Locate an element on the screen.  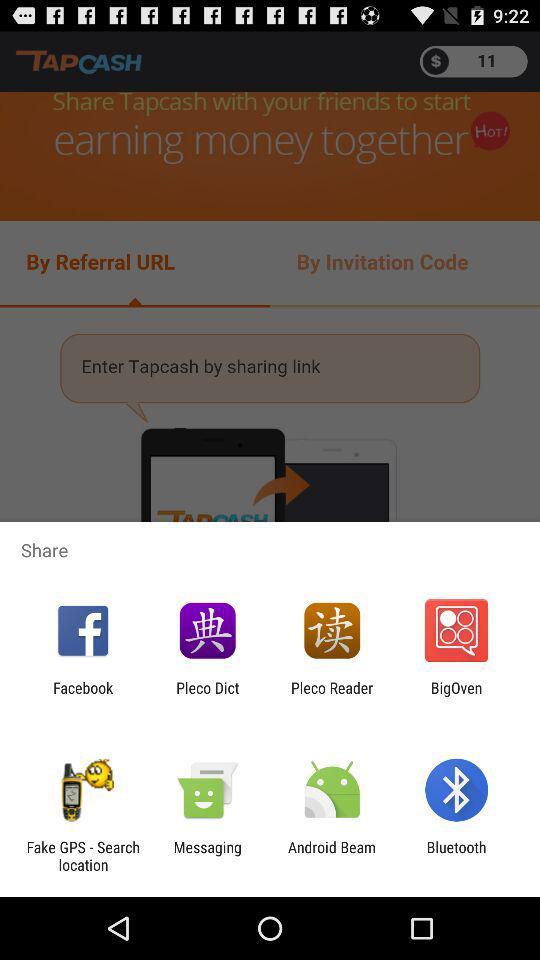
the icon to the right of fake gps search icon is located at coordinates (206, 855).